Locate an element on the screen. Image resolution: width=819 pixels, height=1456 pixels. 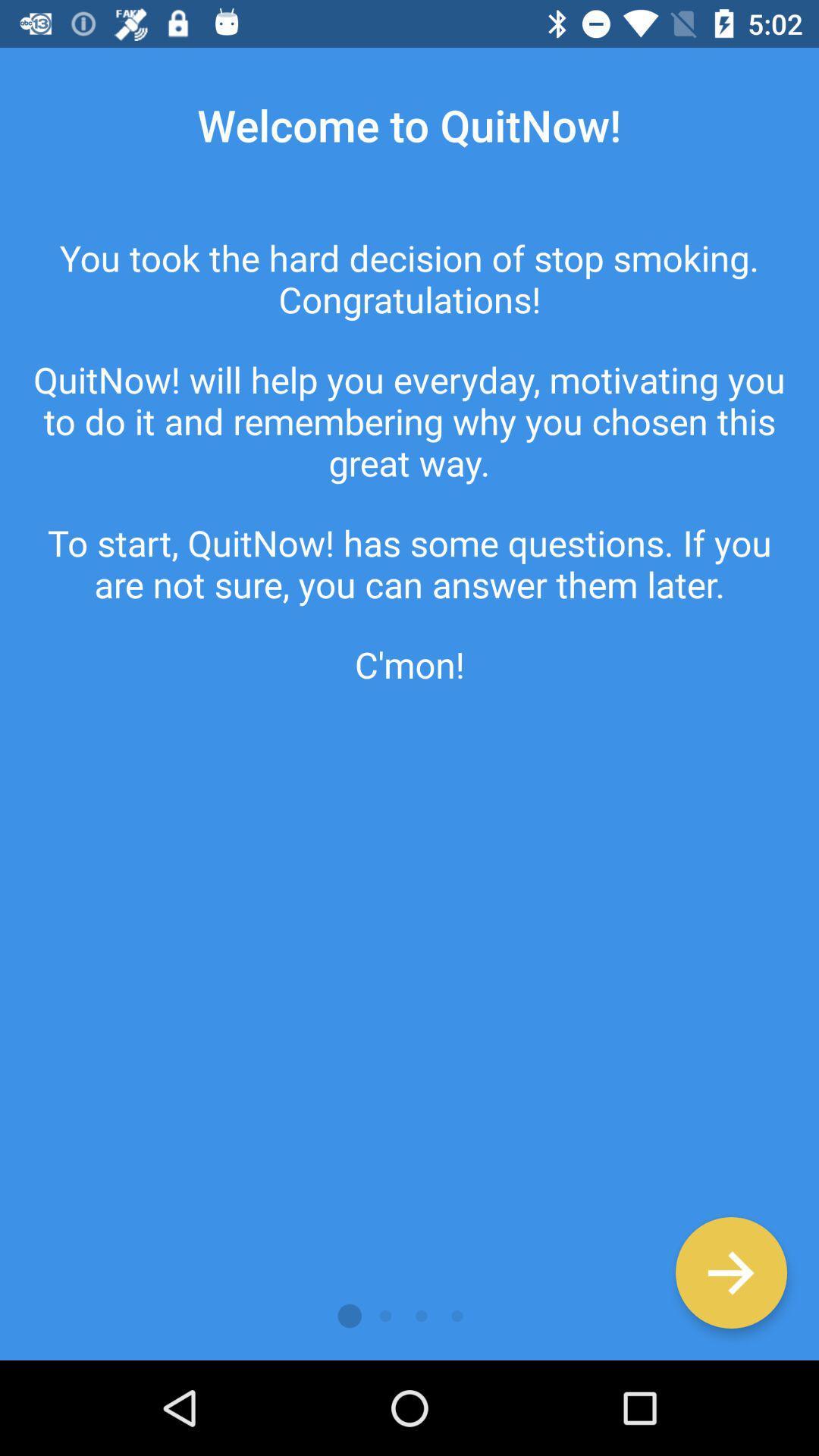
go next is located at coordinates (730, 1272).